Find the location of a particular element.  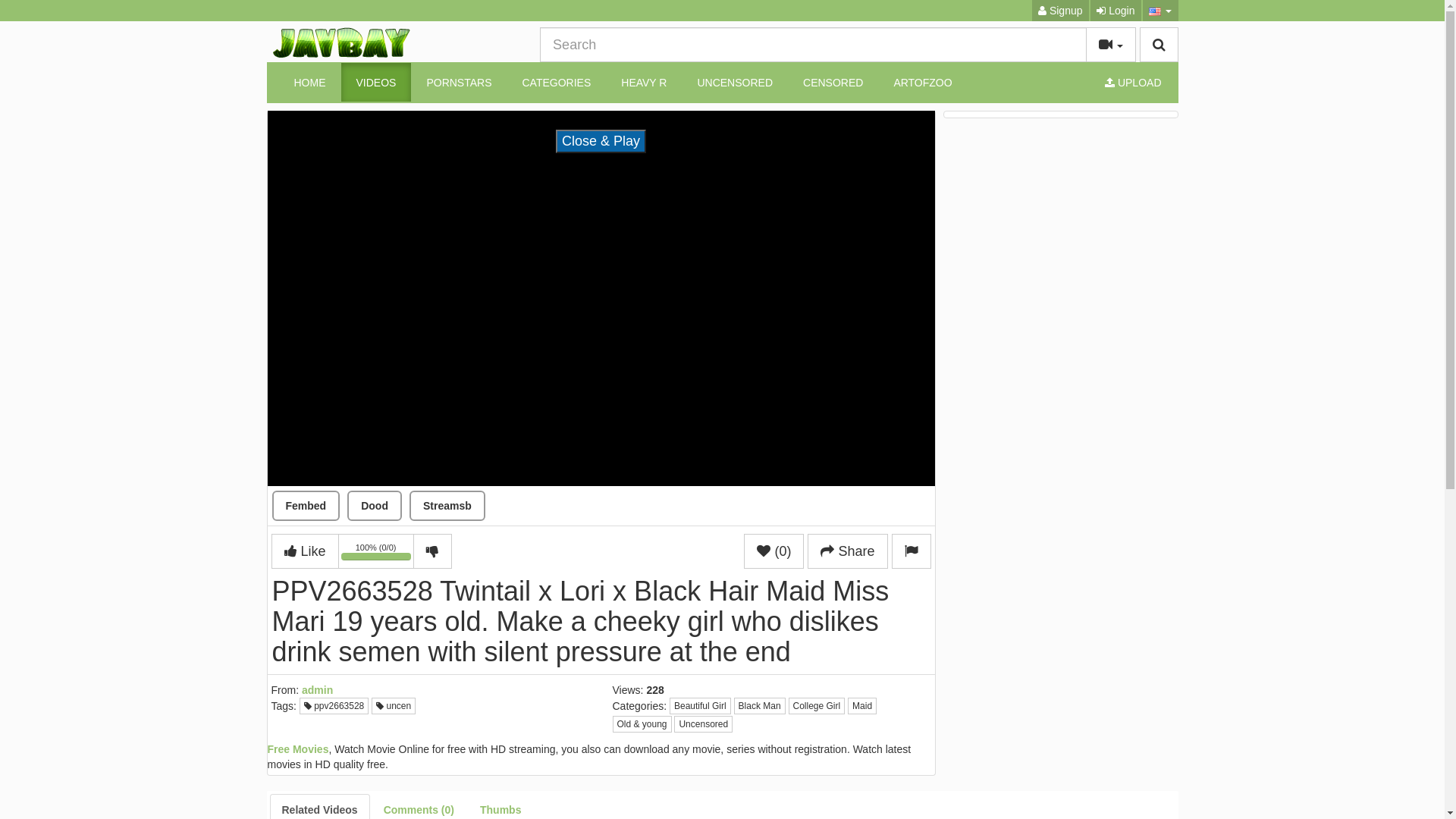

'ARTOFZOO' is located at coordinates (921, 82).